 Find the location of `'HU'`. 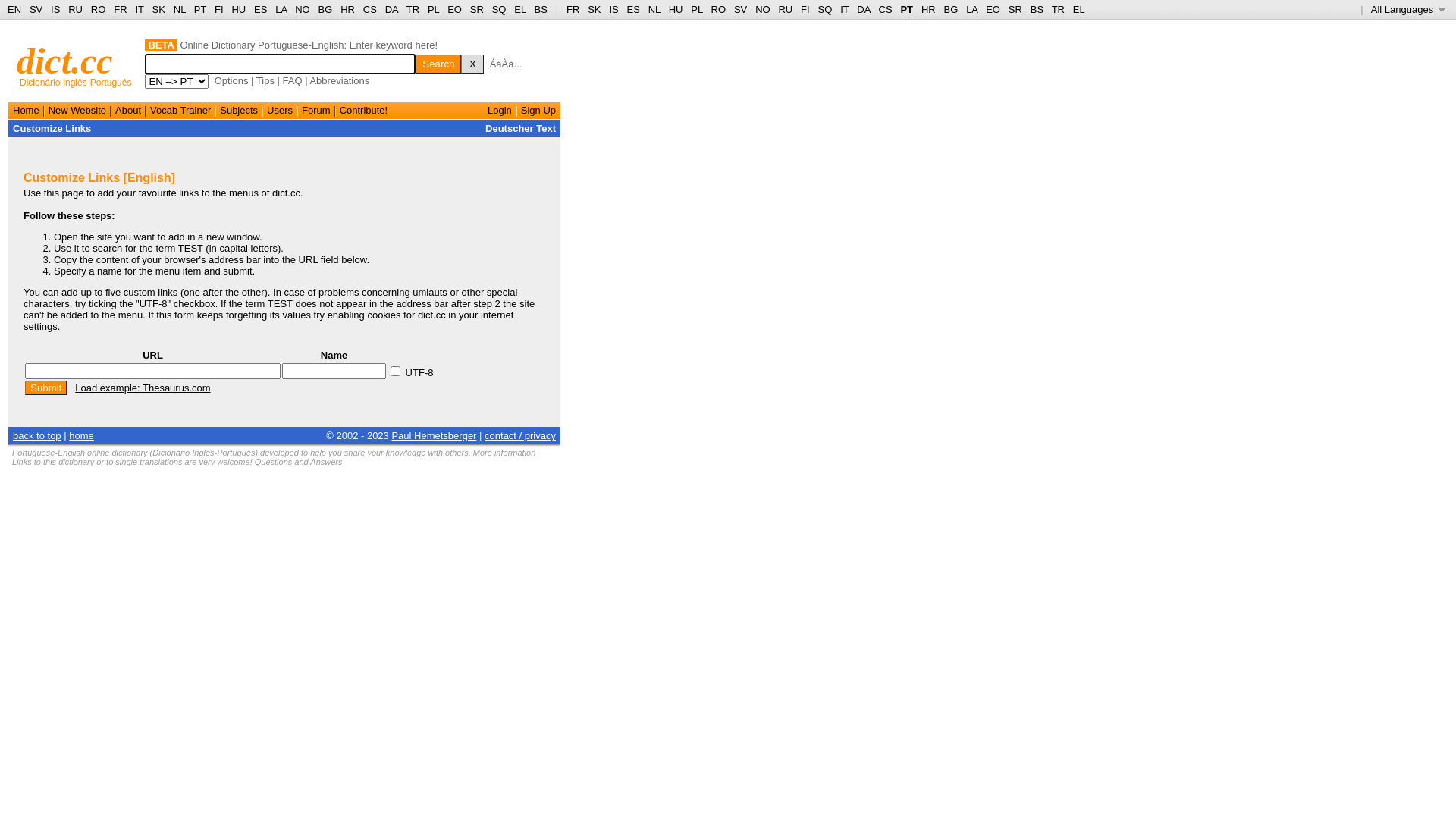

'HU' is located at coordinates (675, 9).